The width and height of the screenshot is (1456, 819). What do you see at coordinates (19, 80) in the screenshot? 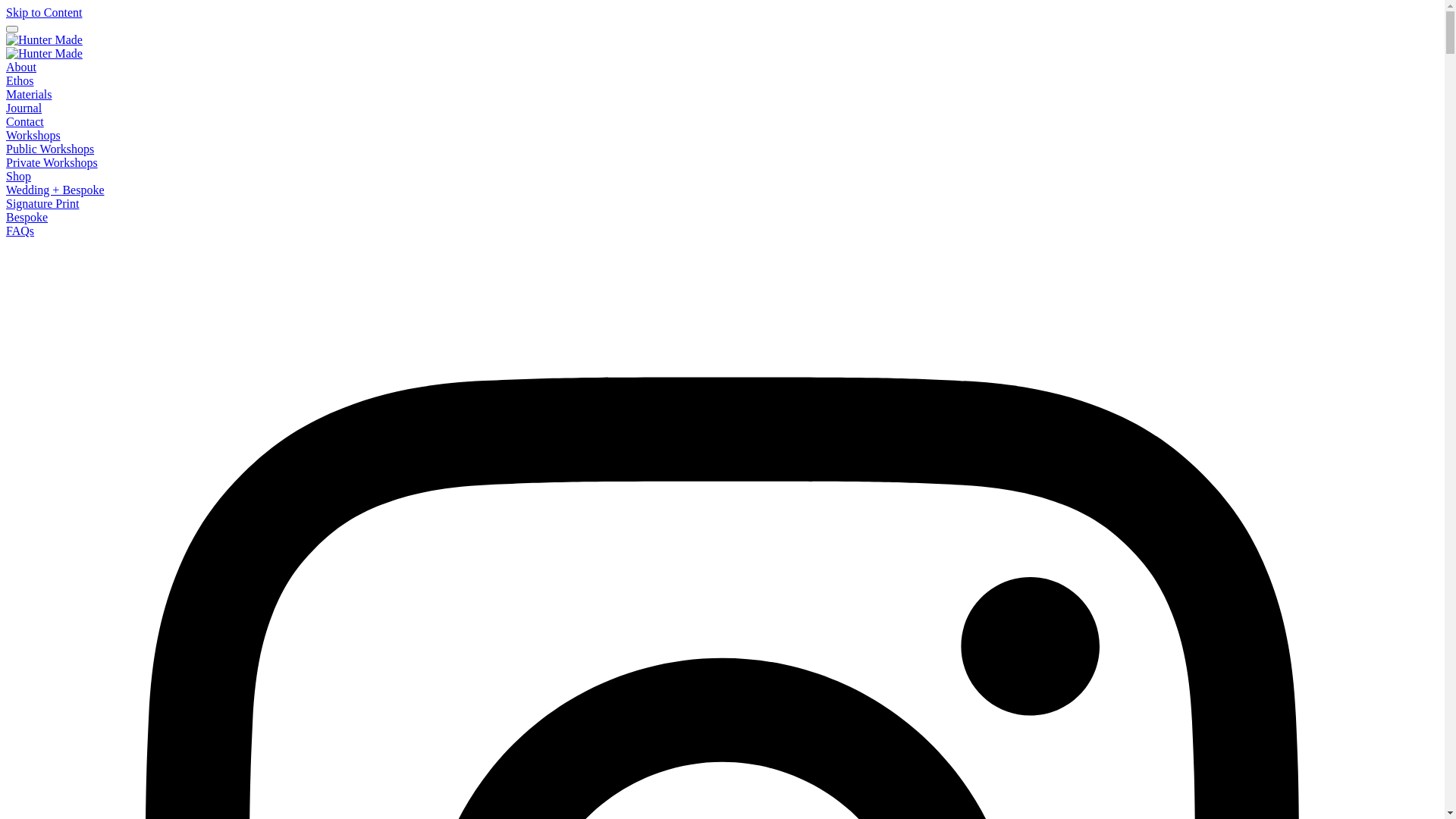
I see `'Ethos'` at bounding box center [19, 80].